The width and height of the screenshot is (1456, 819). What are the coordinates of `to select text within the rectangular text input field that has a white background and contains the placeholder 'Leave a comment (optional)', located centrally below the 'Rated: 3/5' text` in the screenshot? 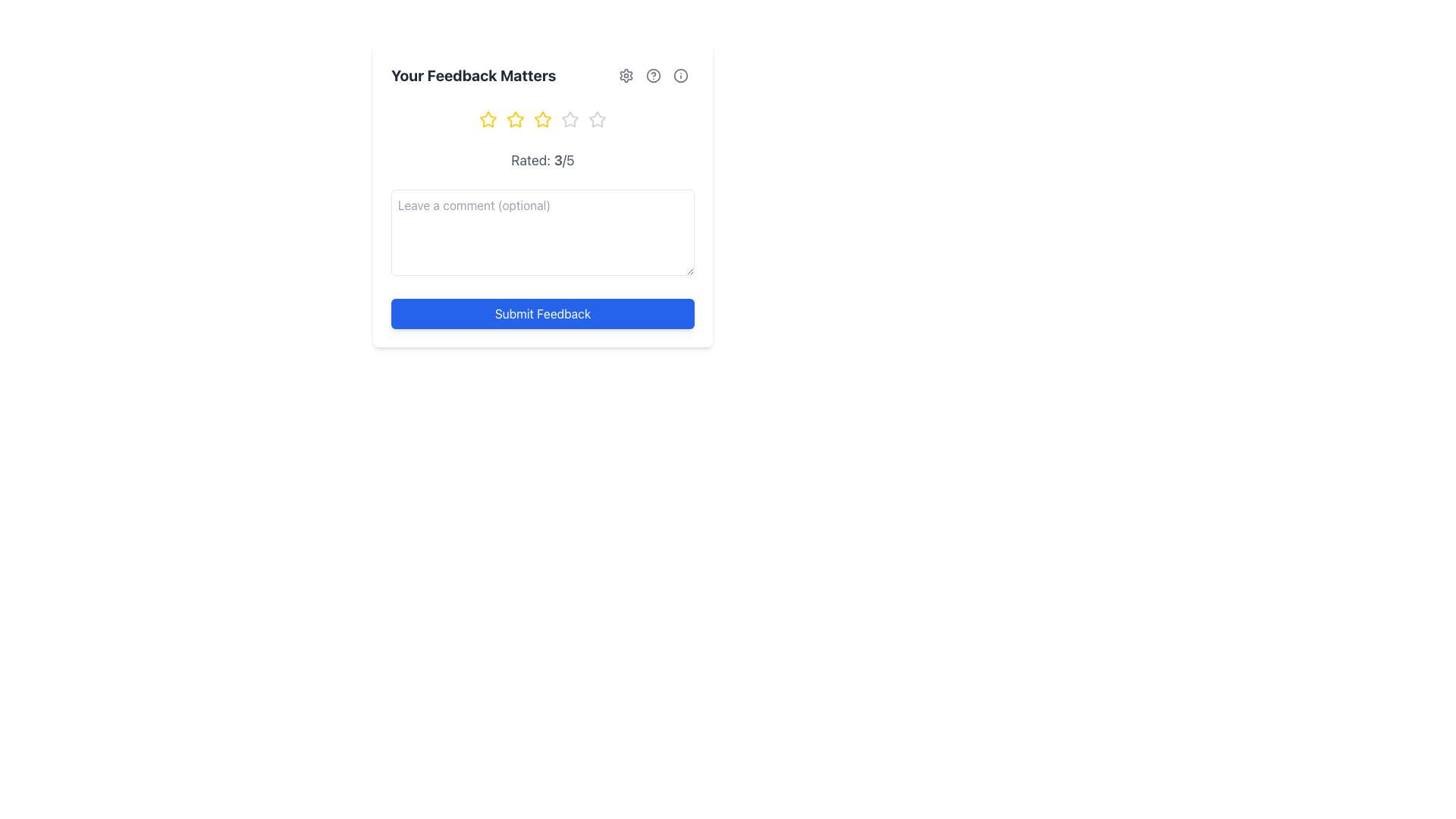 It's located at (542, 195).